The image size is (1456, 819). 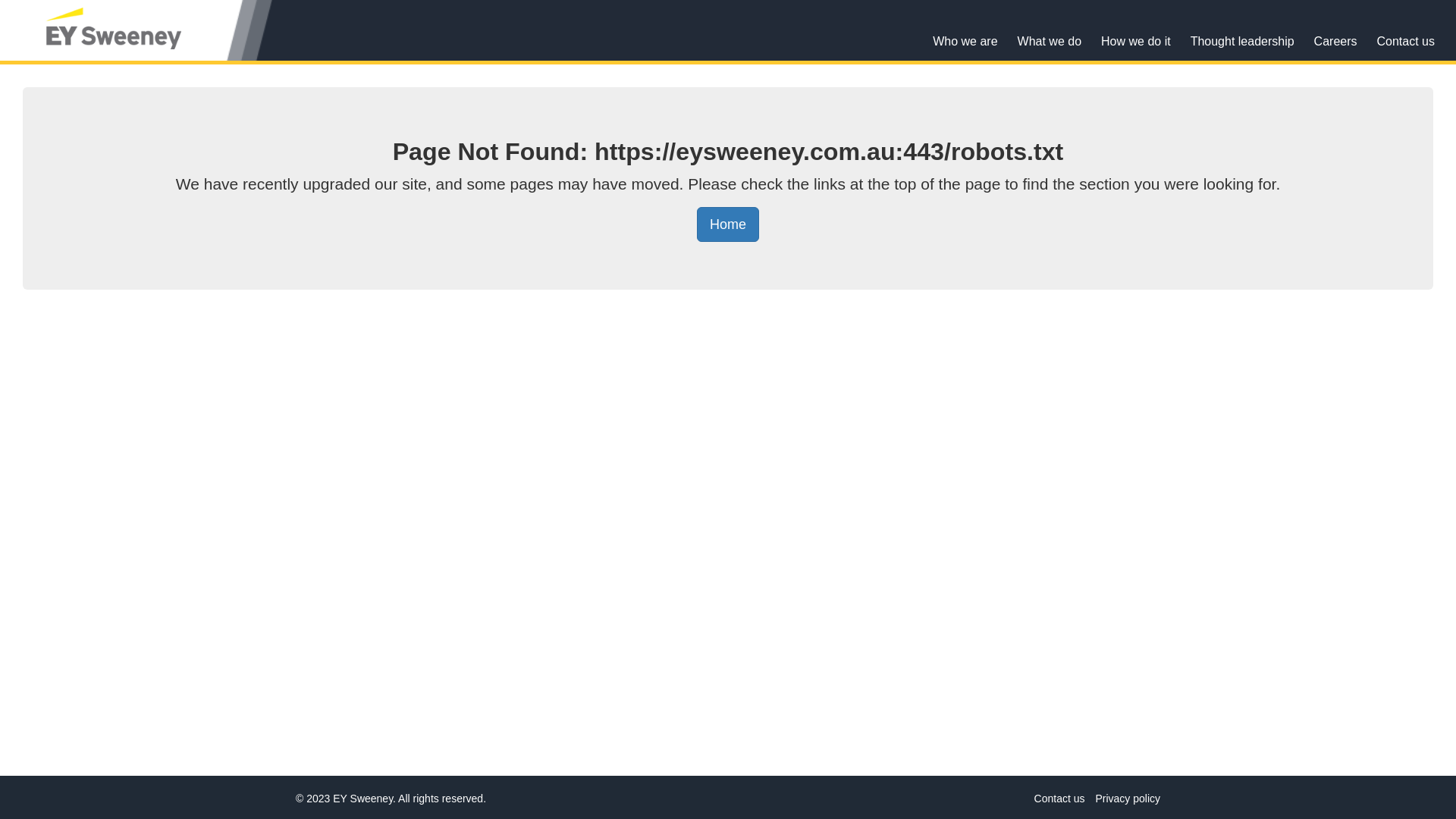 What do you see at coordinates (695, 224) in the screenshot?
I see `'Home'` at bounding box center [695, 224].